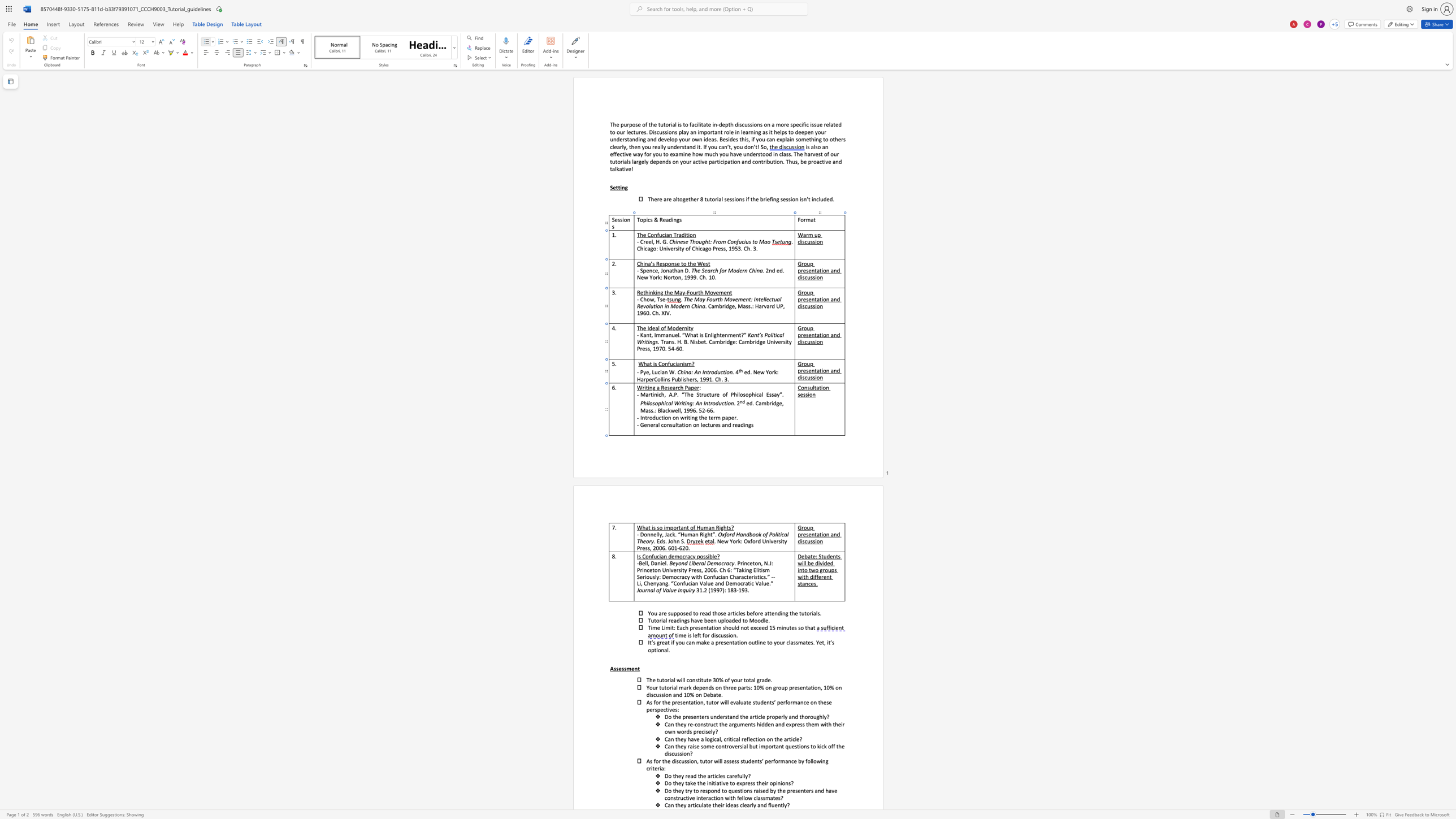 Image resolution: width=1456 pixels, height=819 pixels. I want to click on the space between the continuous character "h" and "a" in the text, so click(645, 527).